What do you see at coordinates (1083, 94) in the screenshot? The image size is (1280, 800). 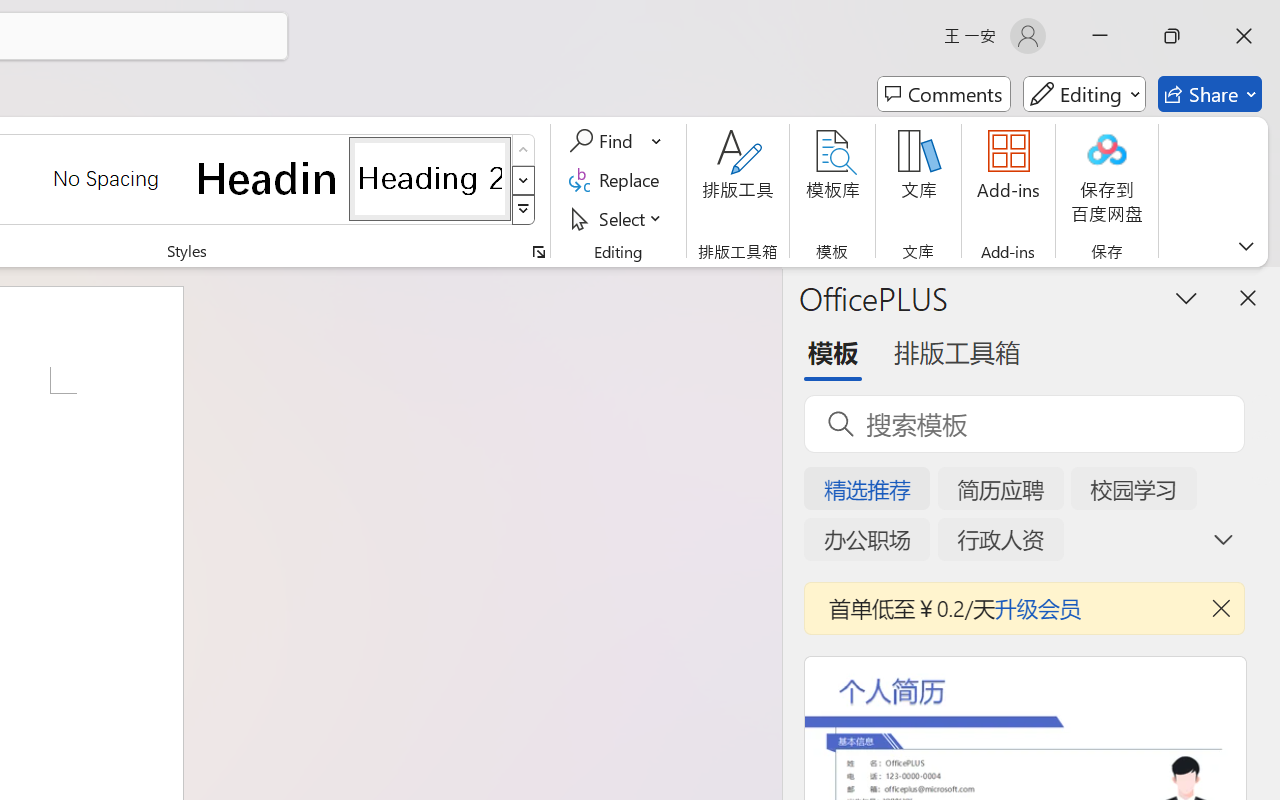 I see `'Mode'` at bounding box center [1083, 94].